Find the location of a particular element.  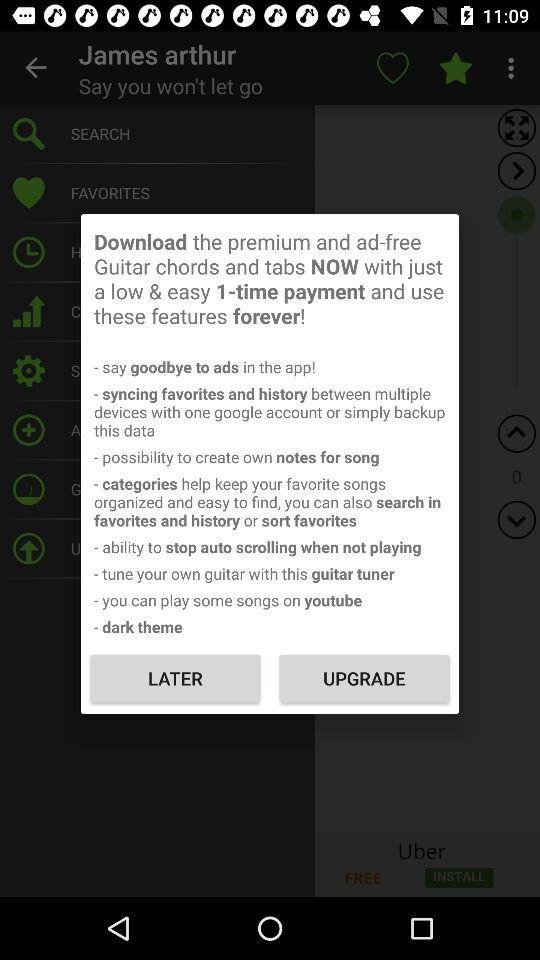

item next to upgrade item is located at coordinates (175, 678).